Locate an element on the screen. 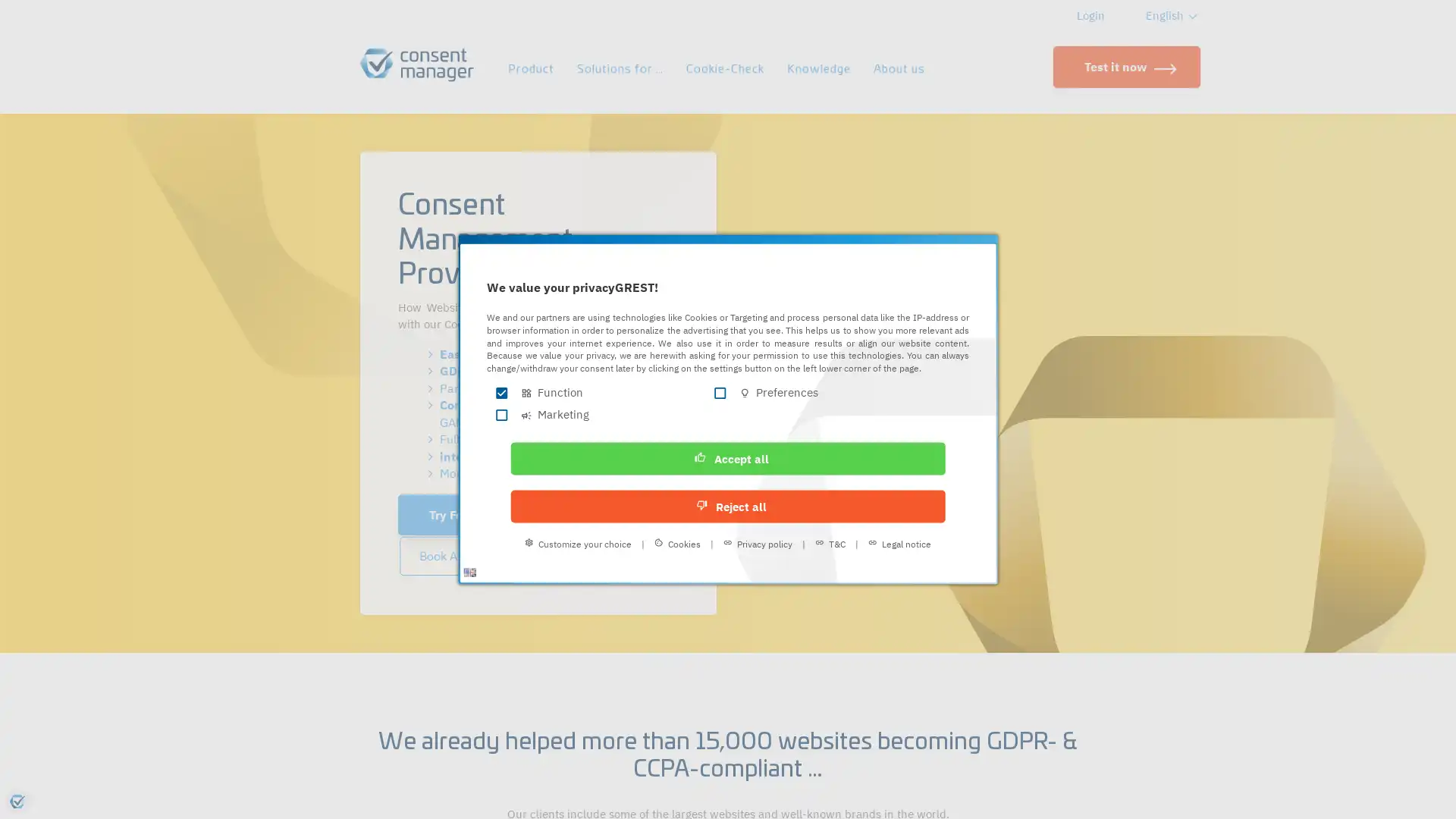 This screenshot has height=819, width=1456. Language: en is located at coordinates (512, 567).